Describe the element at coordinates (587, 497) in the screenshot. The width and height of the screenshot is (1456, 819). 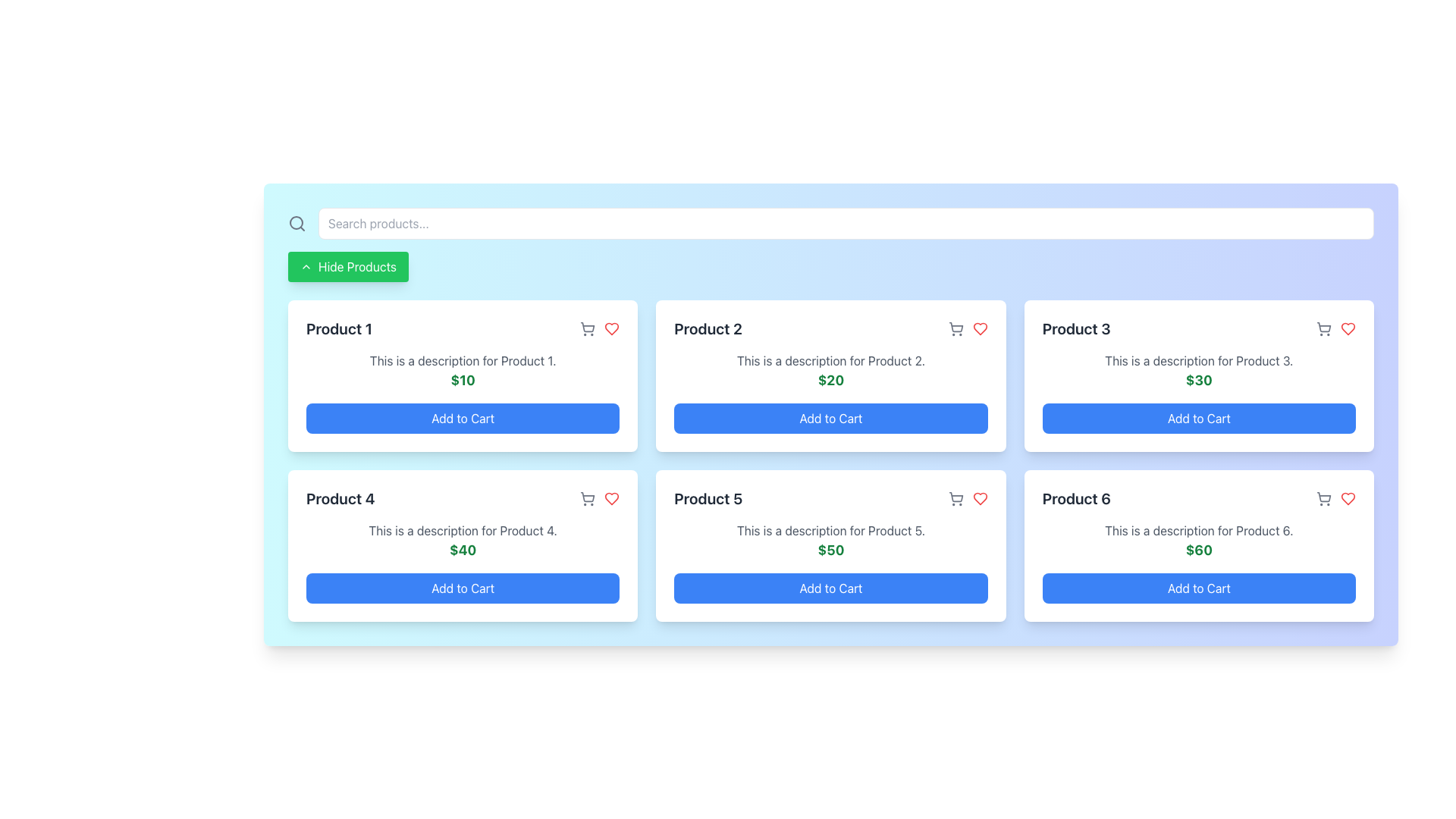
I see `the stylized shopping cart icon located in the top-right corner of the product card, which is outlined and has no fill, adjacent to the heart icon` at that location.